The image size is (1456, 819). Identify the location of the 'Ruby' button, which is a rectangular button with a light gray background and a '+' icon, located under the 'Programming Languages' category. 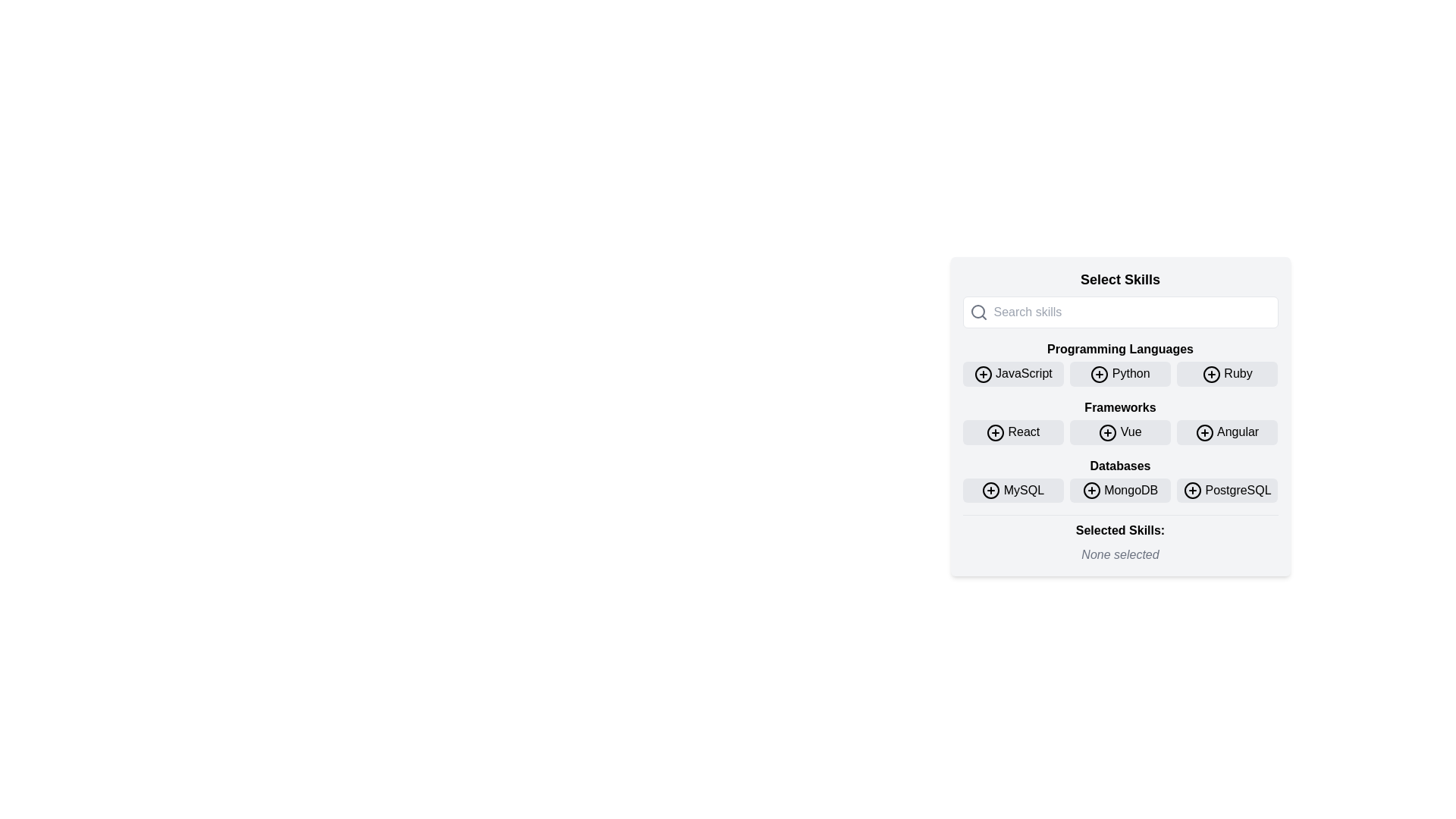
(1227, 374).